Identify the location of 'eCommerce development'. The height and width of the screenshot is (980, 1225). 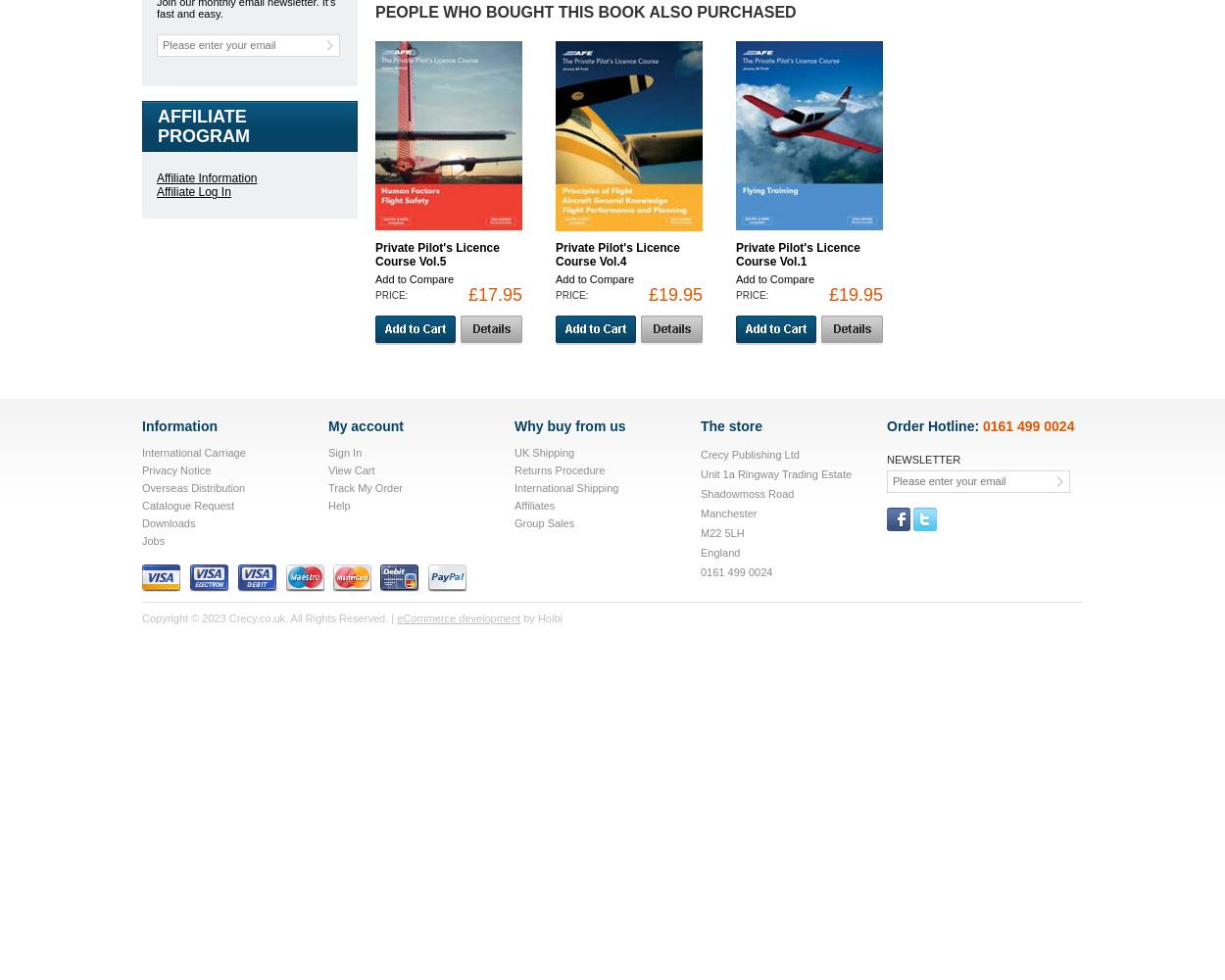
(458, 618).